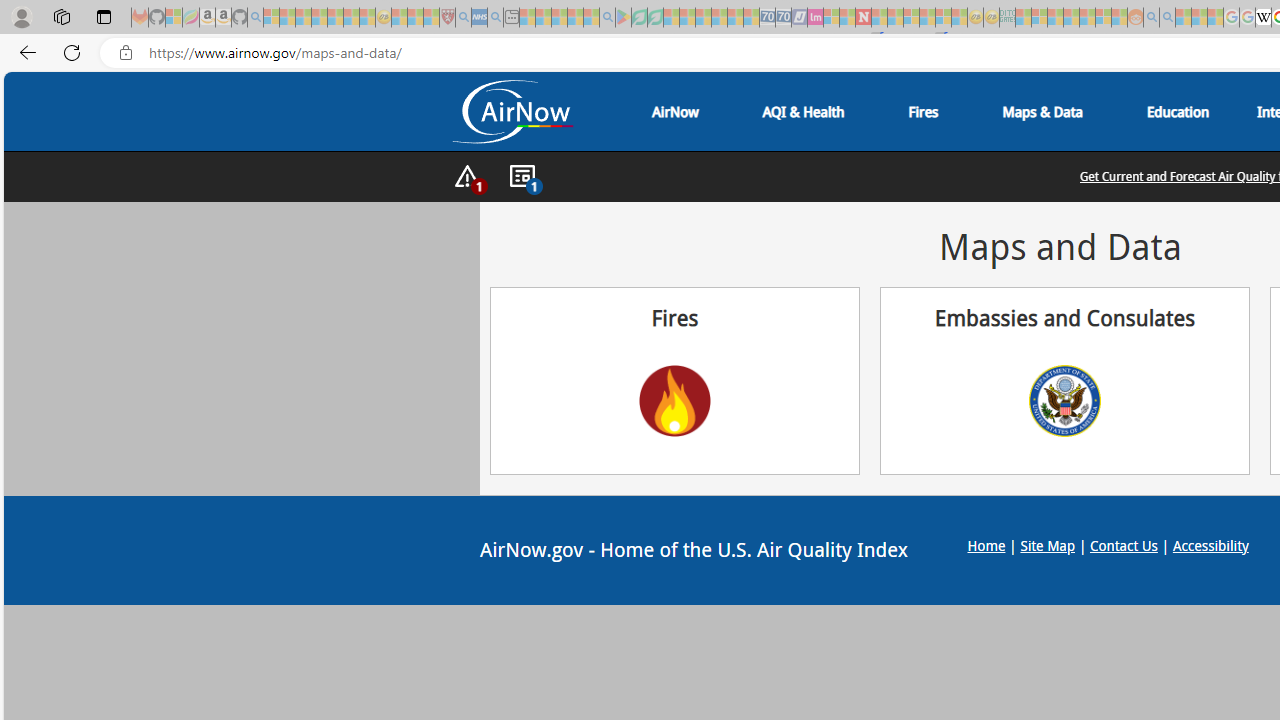  I want to click on 'Air Now Logo', so click(512, 111).